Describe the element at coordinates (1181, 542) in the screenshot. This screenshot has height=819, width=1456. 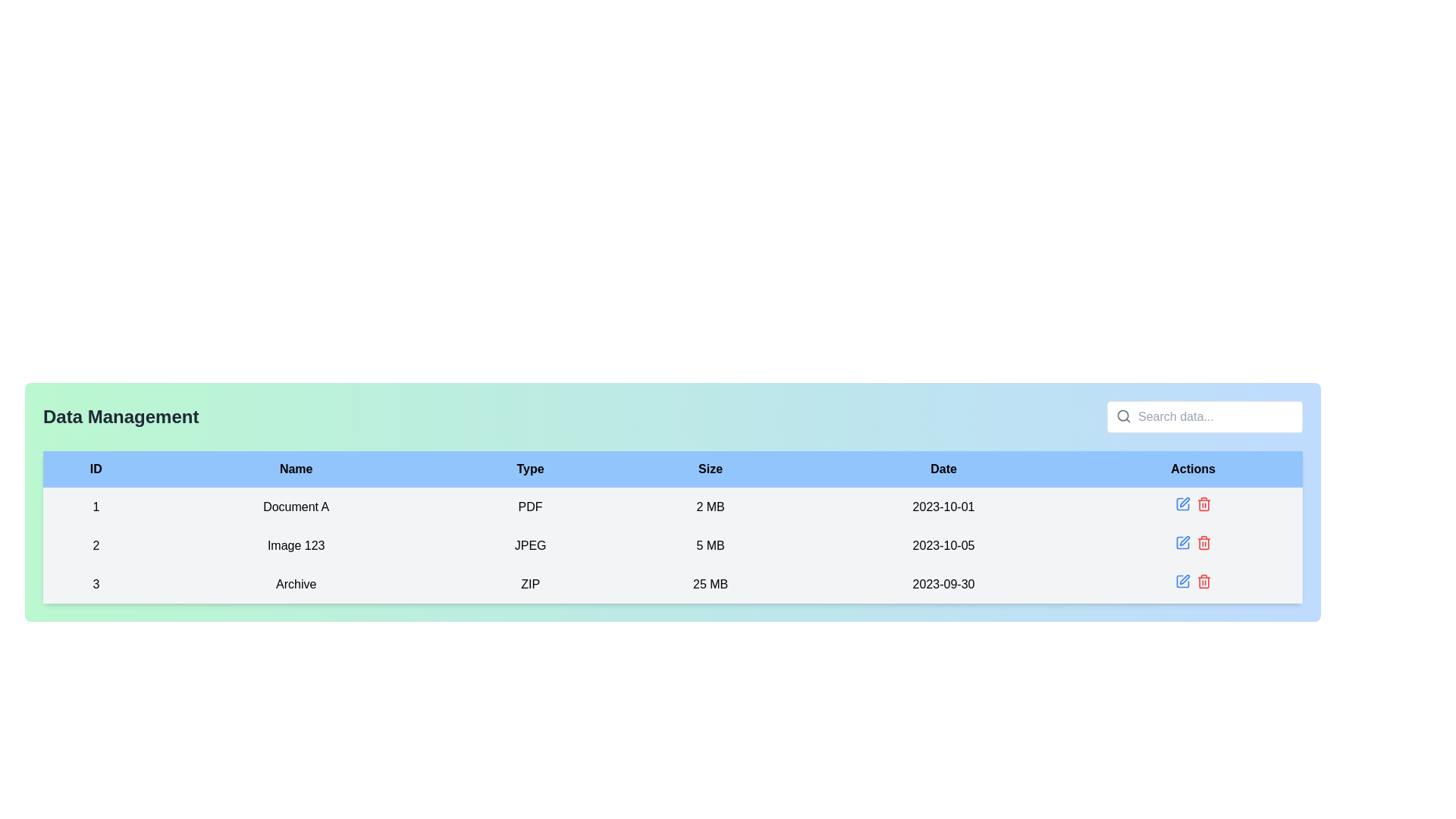
I see `the edit icon button located in the 'Actions' column of the second entry in the data table, which allows users to modify the related entry` at that location.